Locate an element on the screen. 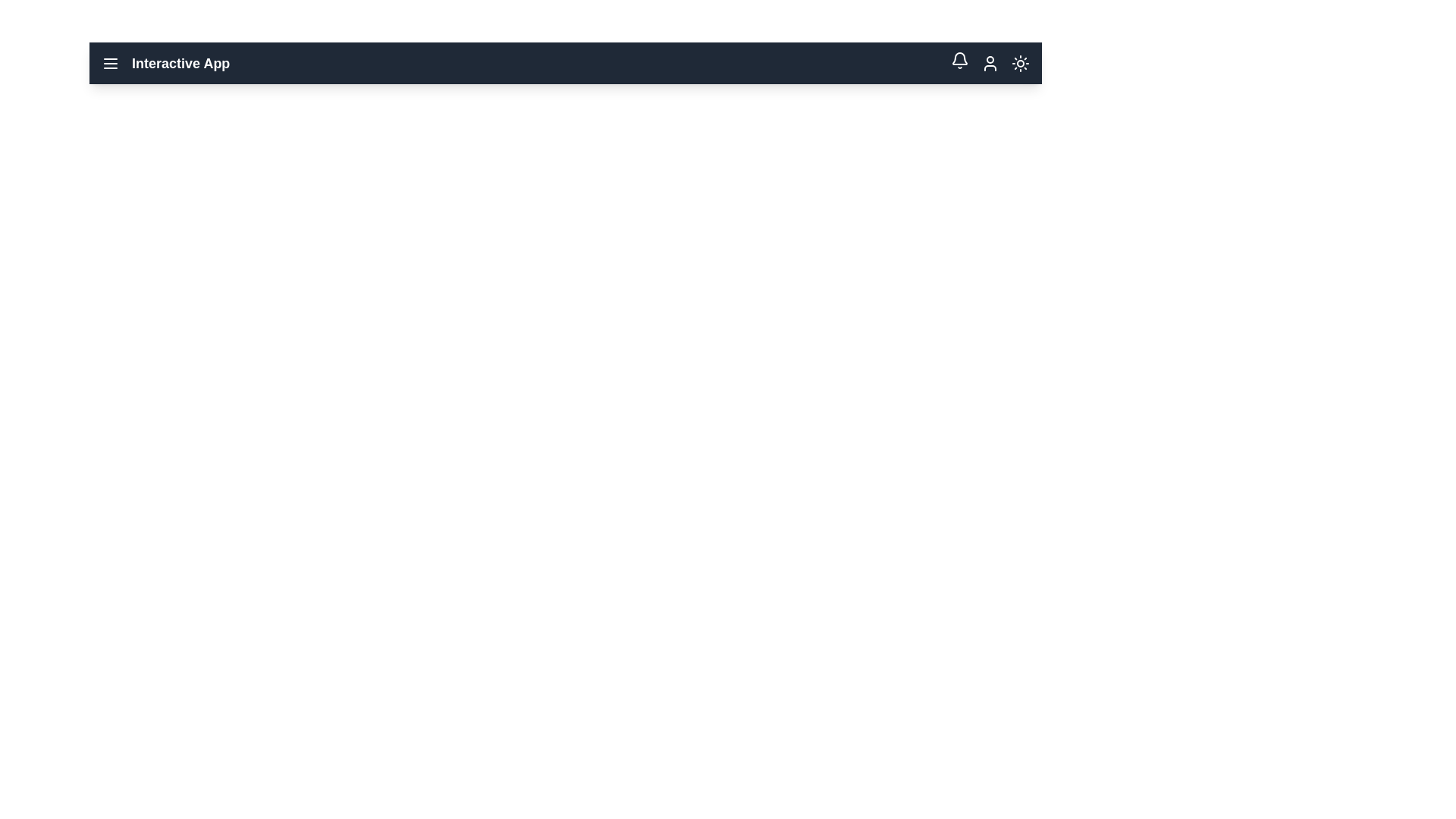 Image resolution: width=1456 pixels, height=819 pixels. the notification bell icon is located at coordinates (959, 60).